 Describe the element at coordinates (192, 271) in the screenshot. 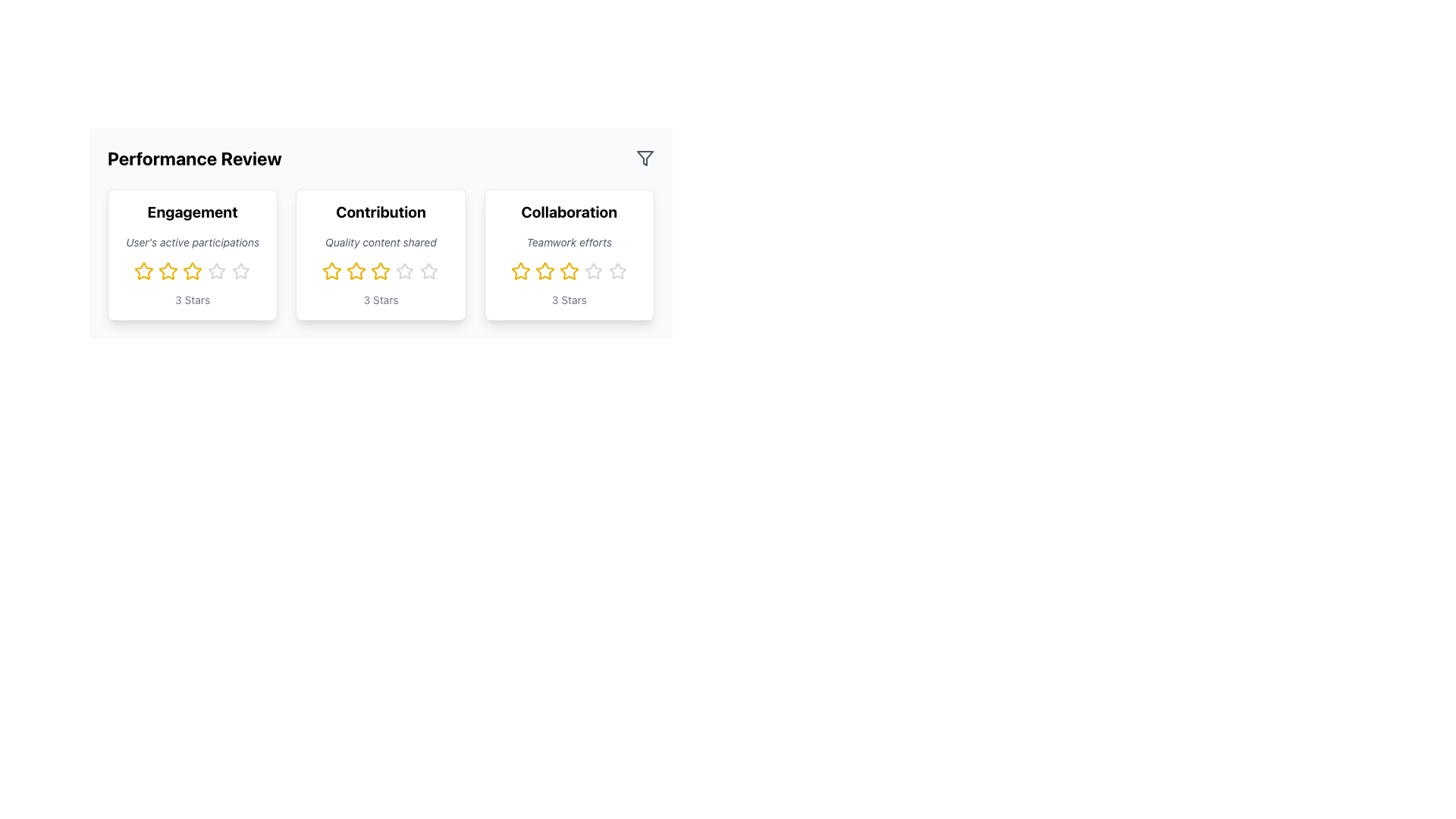

I see `the fourth yellow star icon representing a rating in the 'Engagement' card of the 'Performance Review' section` at that location.